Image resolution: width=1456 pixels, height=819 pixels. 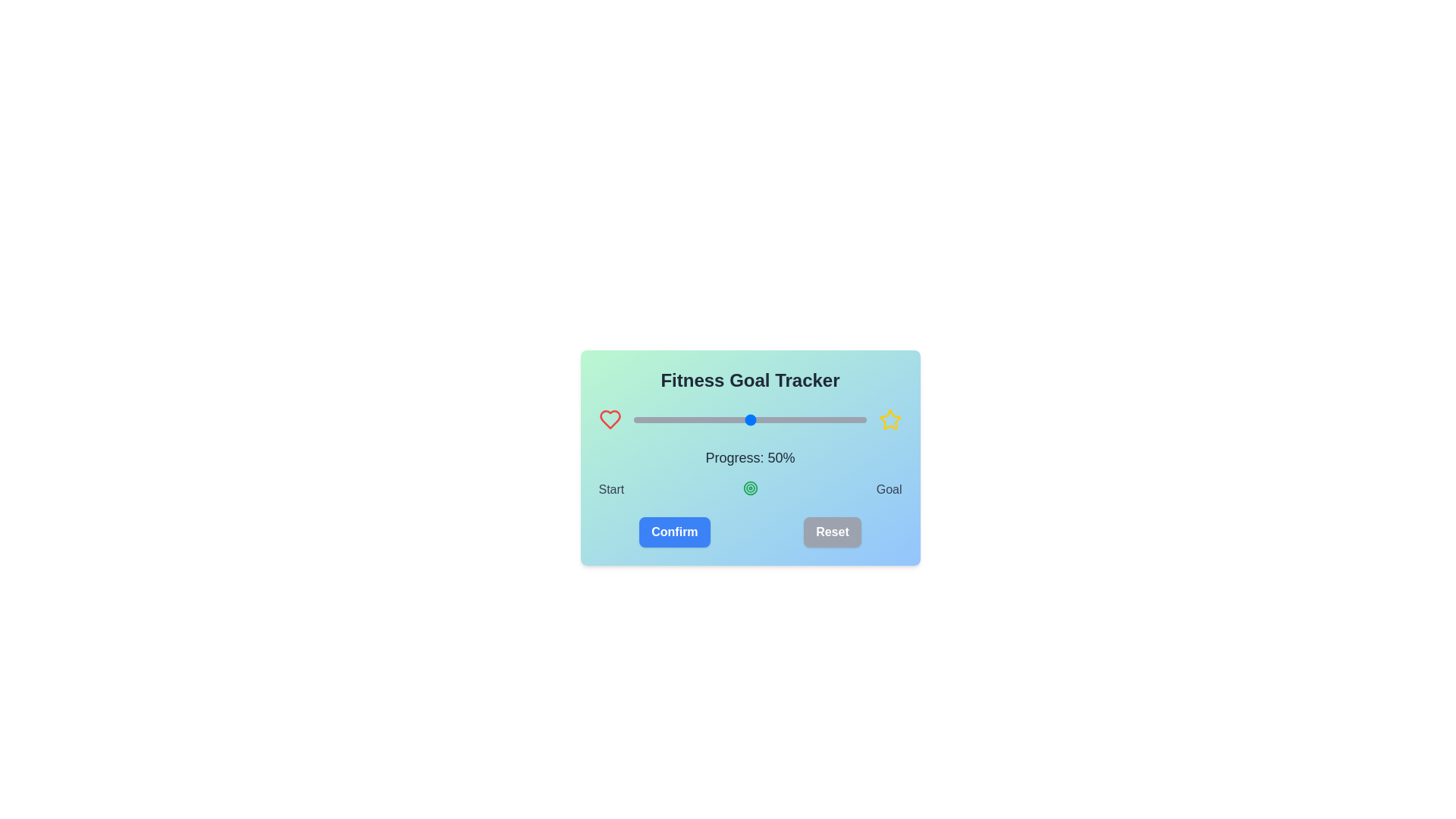 What do you see at coordinates (791, 420) in the screenshot?
I see `the slider to set progress to 68%` at bounding box center [791, 420].